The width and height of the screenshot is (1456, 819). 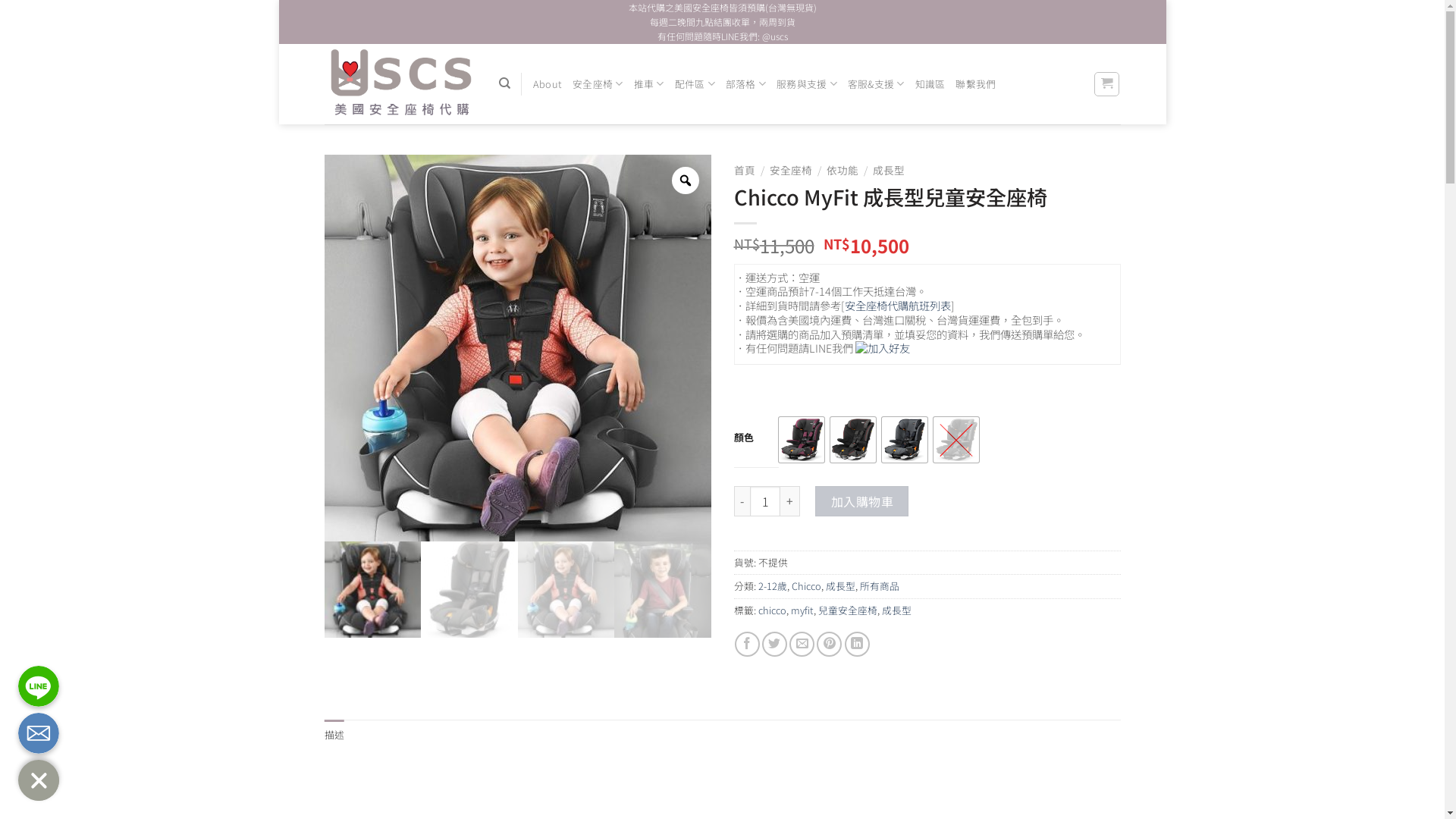 What do you see at coordinates (772, 609) in the screenshot?
I see `'chicco'` at bounding box center [772, 609].